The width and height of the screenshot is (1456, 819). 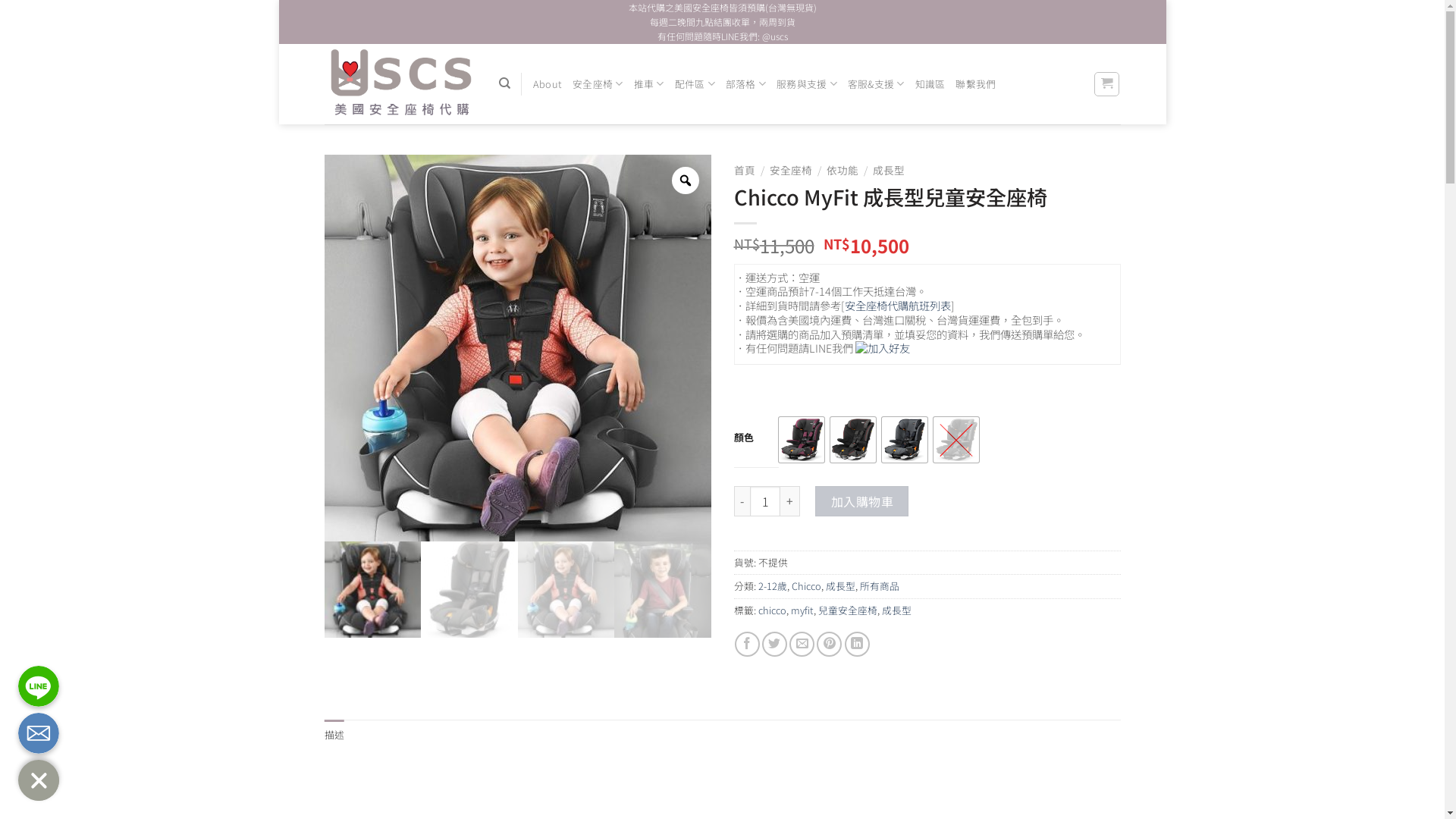 What do you see at coordinates (772, 609) in the screenshot?
I see `'chicco'` at bounding box center [772, 609].